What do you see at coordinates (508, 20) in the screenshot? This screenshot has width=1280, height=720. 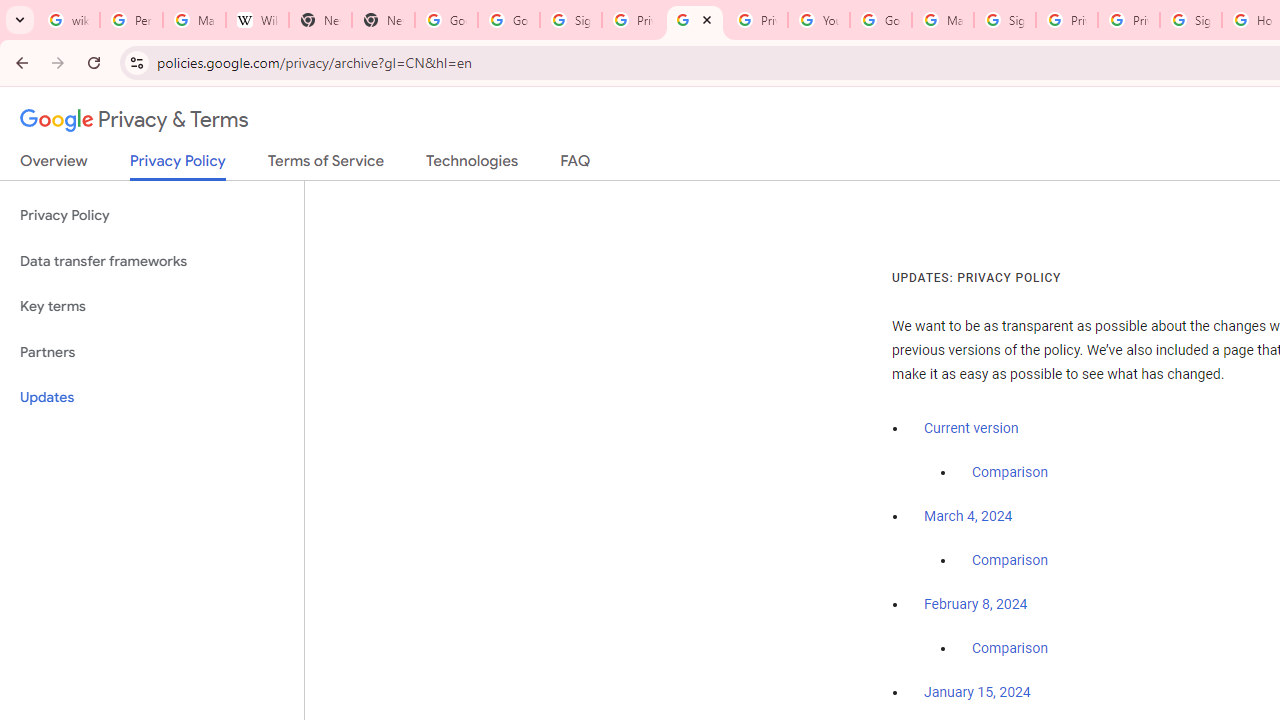 I see `'Google Drive: Sign-in'` at bounding box center [508, 20].